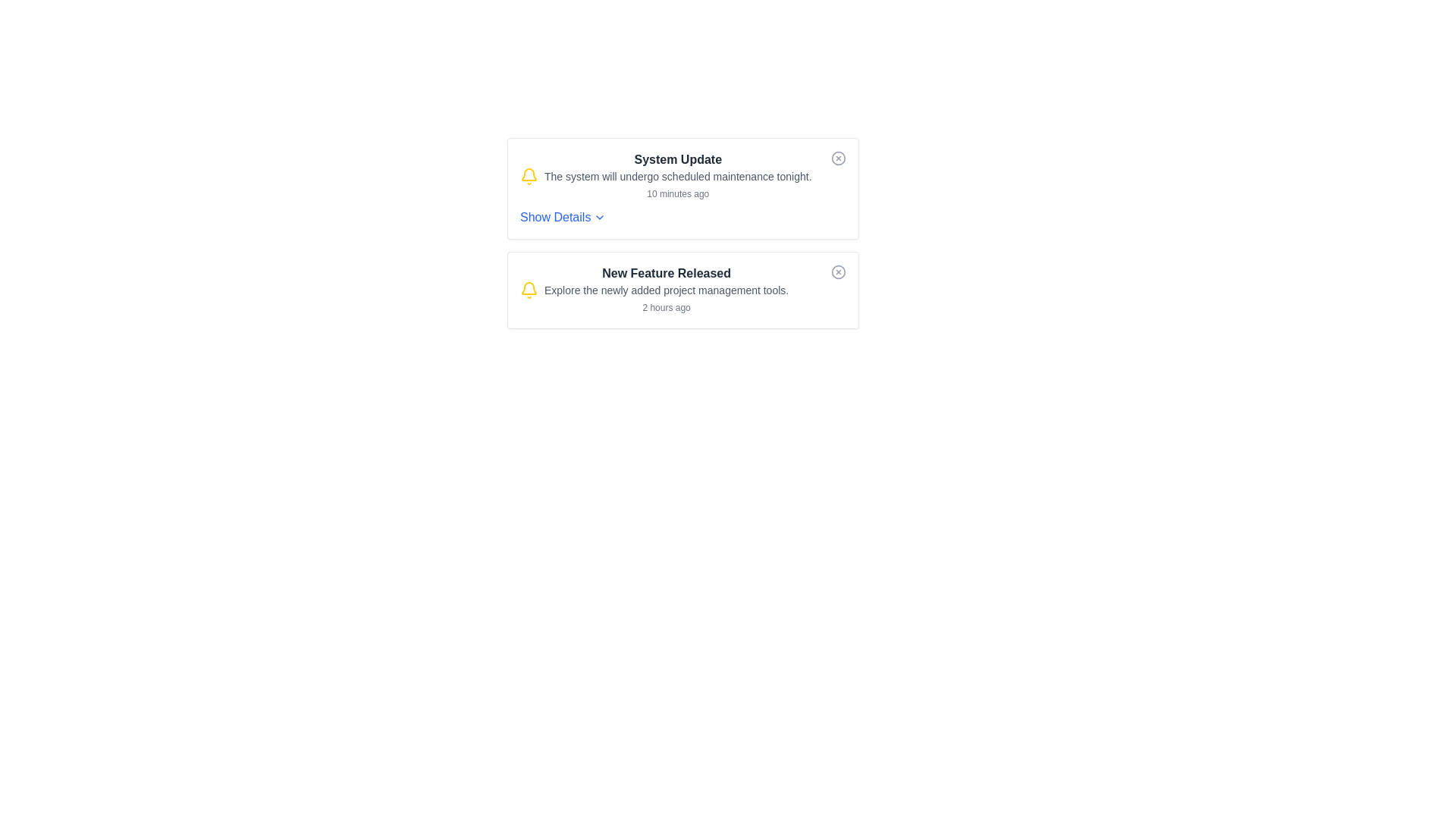 The image size is (1456, 819). I want to click on the first notification entry with a bell icon, bold text 'System Update', descriptive sentence, and timestamp located in the upper notification card, so click(666, 175).